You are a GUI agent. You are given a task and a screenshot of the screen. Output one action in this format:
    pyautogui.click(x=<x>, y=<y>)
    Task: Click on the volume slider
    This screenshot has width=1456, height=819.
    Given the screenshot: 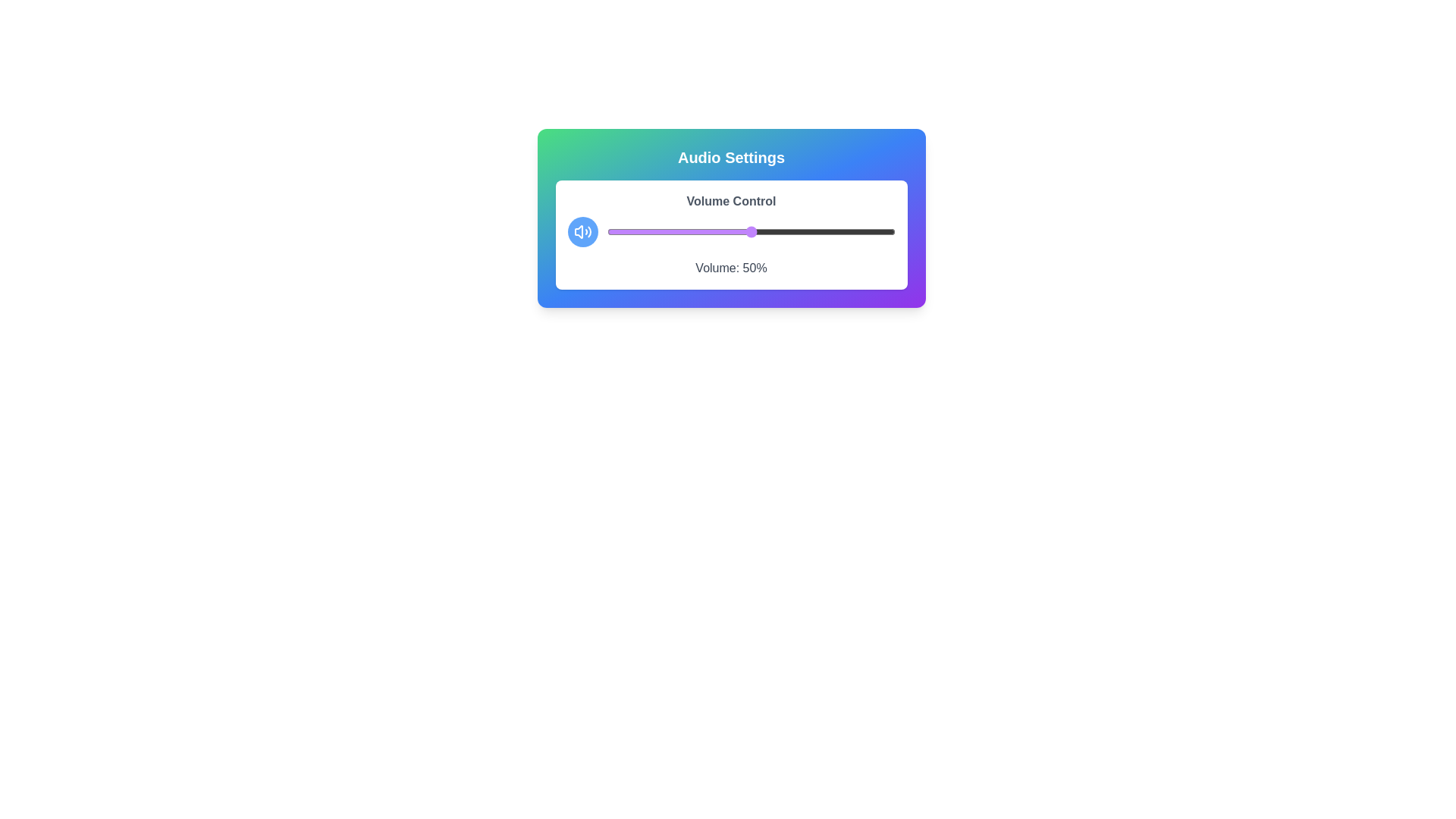 What is the action you would take?
    pyautogui.click(x=874, y=231)
    